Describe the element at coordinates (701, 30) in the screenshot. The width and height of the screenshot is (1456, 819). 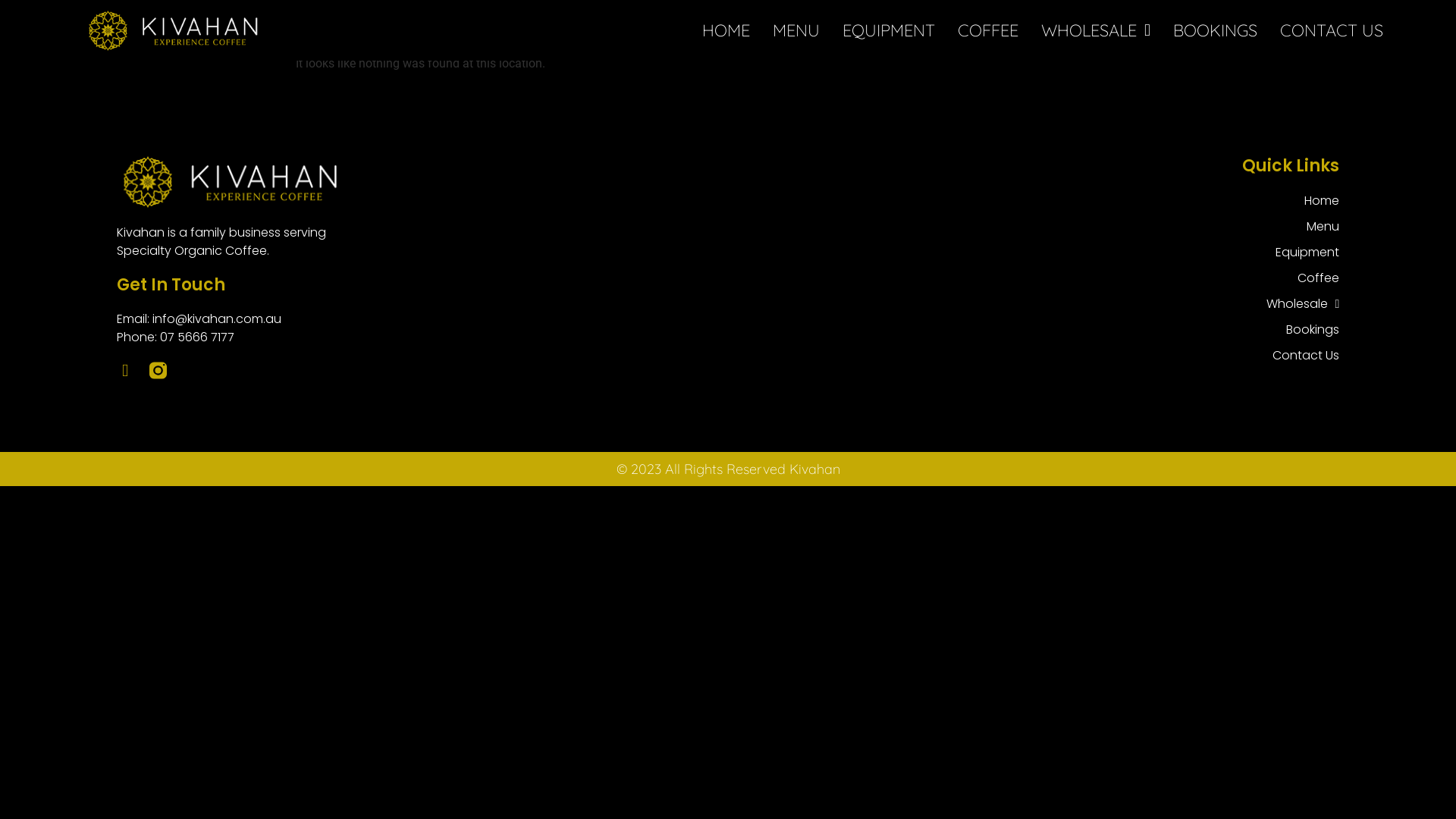
I see `'HOME'` at that location.